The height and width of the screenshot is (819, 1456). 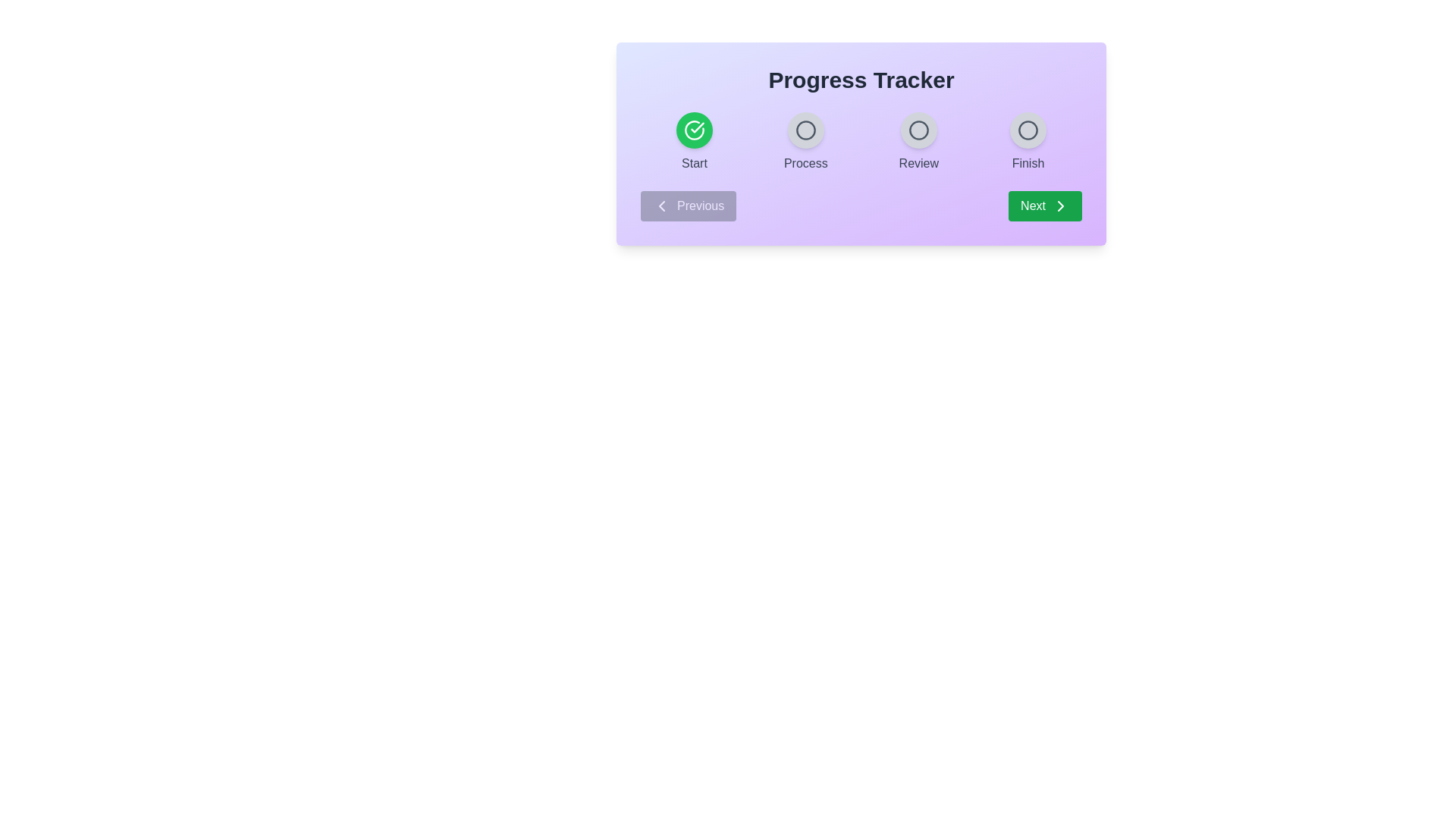 What do you see at coordinates (694, 143) in the screenshot?
I see `the green circular Status Indicator icon with a white check mark, located above the 'Start' label, the first in a sequence of four indicators` at bounding box center [694, 143].